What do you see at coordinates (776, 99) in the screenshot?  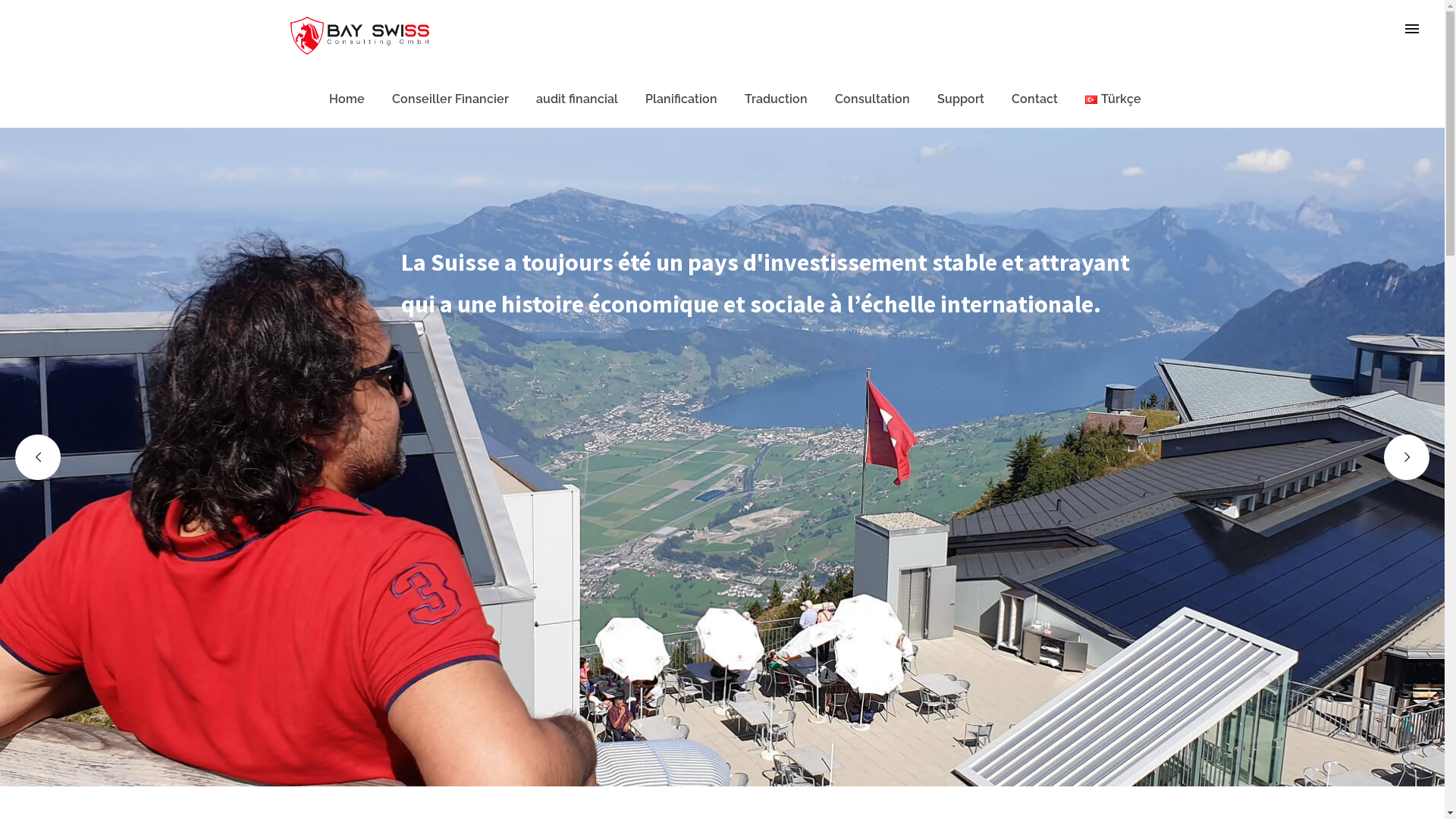 I see `'Traduction'` at bounding box center [776, 99].